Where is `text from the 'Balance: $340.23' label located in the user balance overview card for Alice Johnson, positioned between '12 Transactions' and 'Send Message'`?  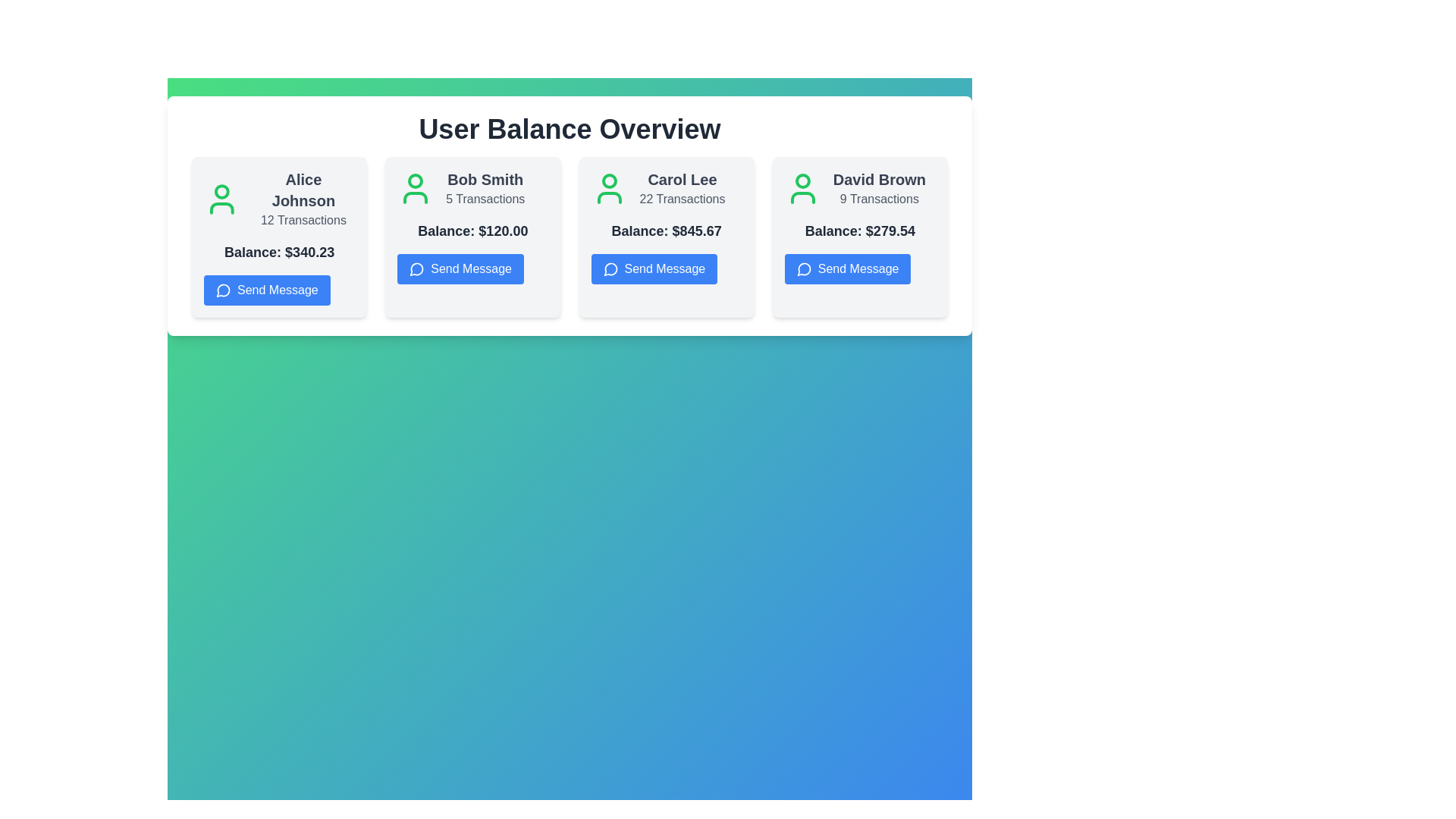 text from the 'Balance: $340.23' label located in the user balance overview card for Alice Johnson, positioned between '12 Transactions' and 'Send Message' is located at coordinates (279, 251).